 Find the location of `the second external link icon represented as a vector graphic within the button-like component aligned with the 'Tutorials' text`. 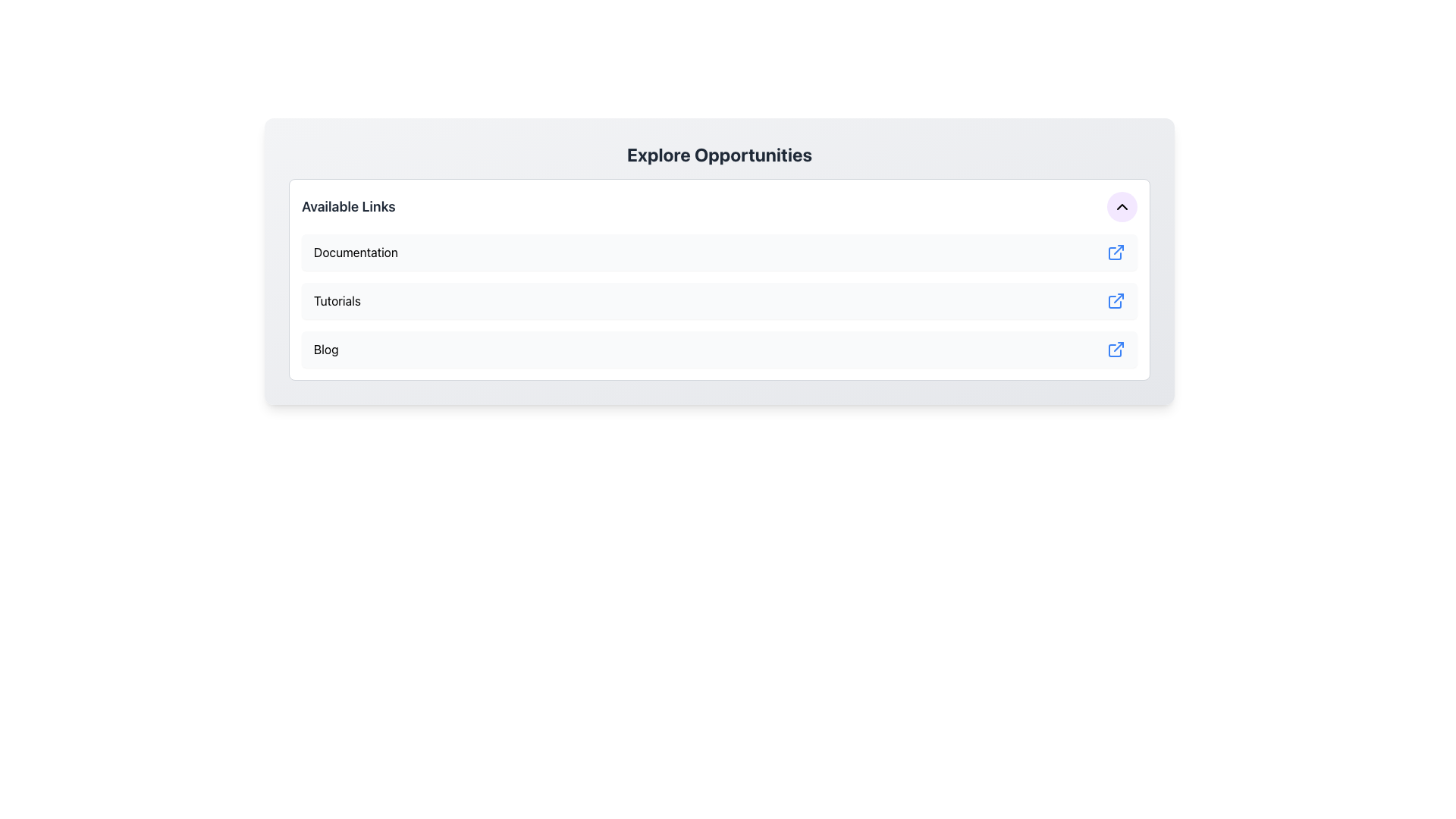

the second external link icon represented as a vector graphic within the button-like component aligned with the 'Tutorials' text is located at coordinates (1115, 302).